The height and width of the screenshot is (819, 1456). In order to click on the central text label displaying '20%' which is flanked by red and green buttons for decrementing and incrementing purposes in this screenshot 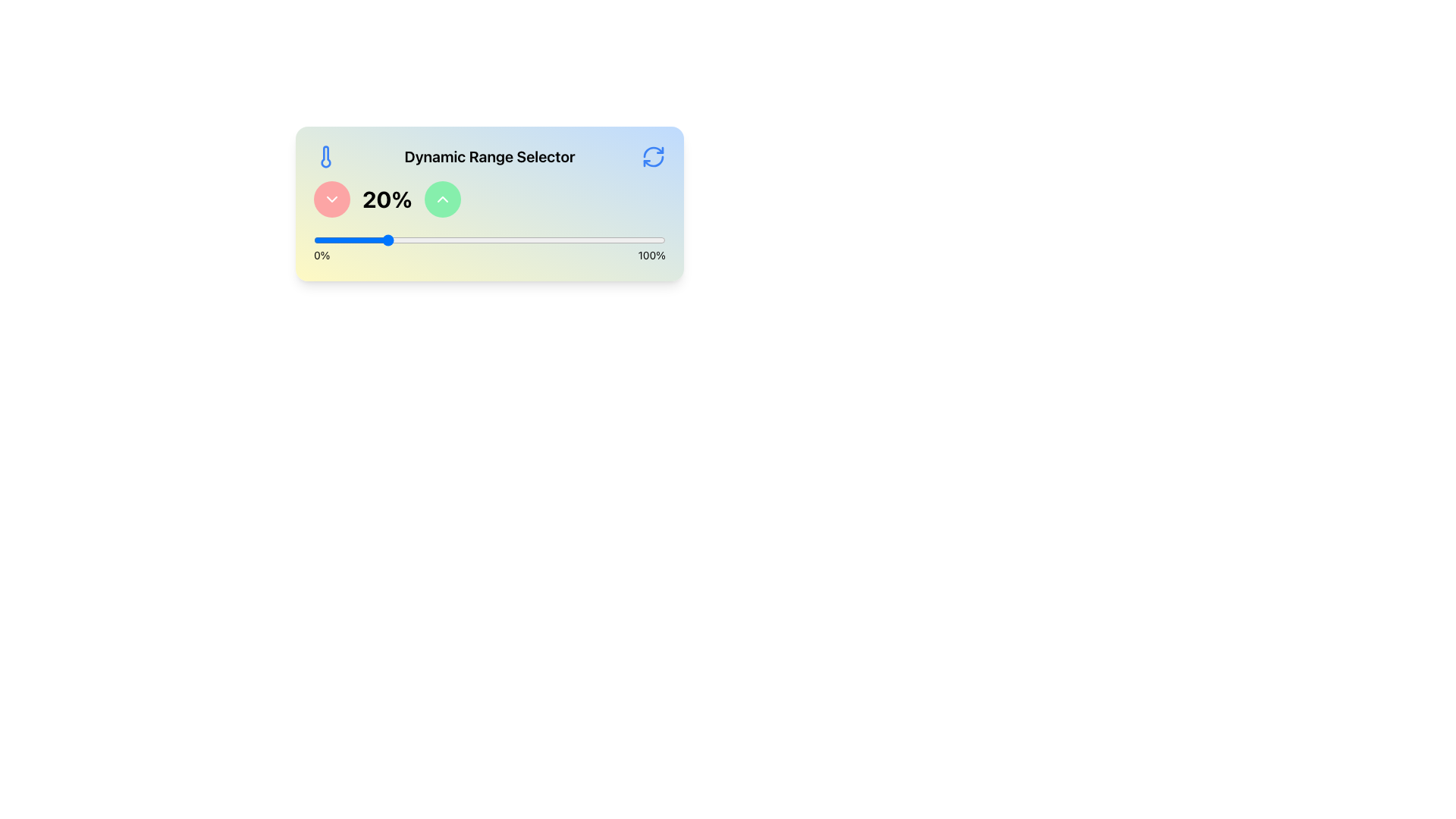, I will do `click(490, 198)`.